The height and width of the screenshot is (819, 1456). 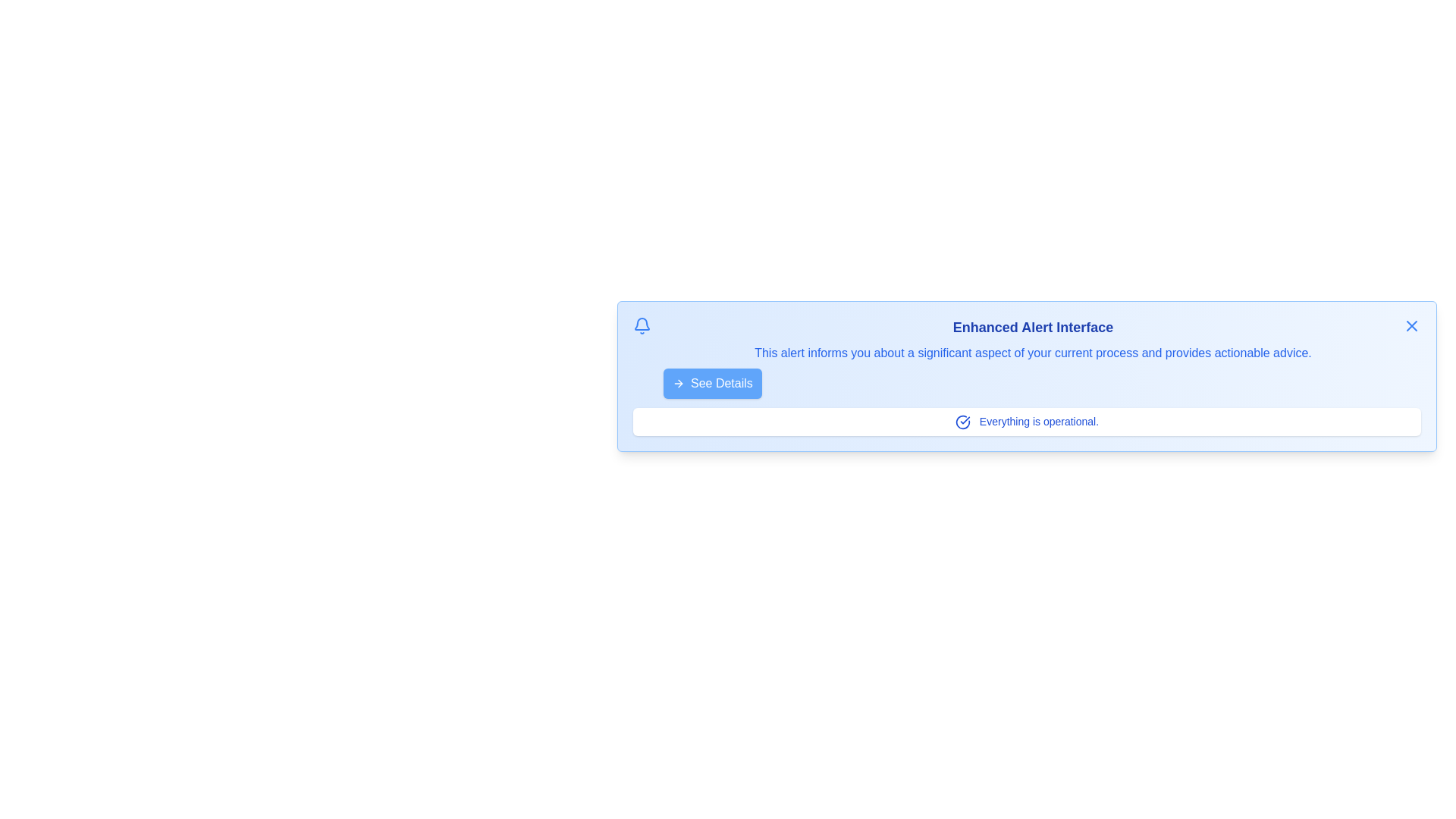 I want to click on 'See Details' button to view additional information, so click(x=711, y=382).